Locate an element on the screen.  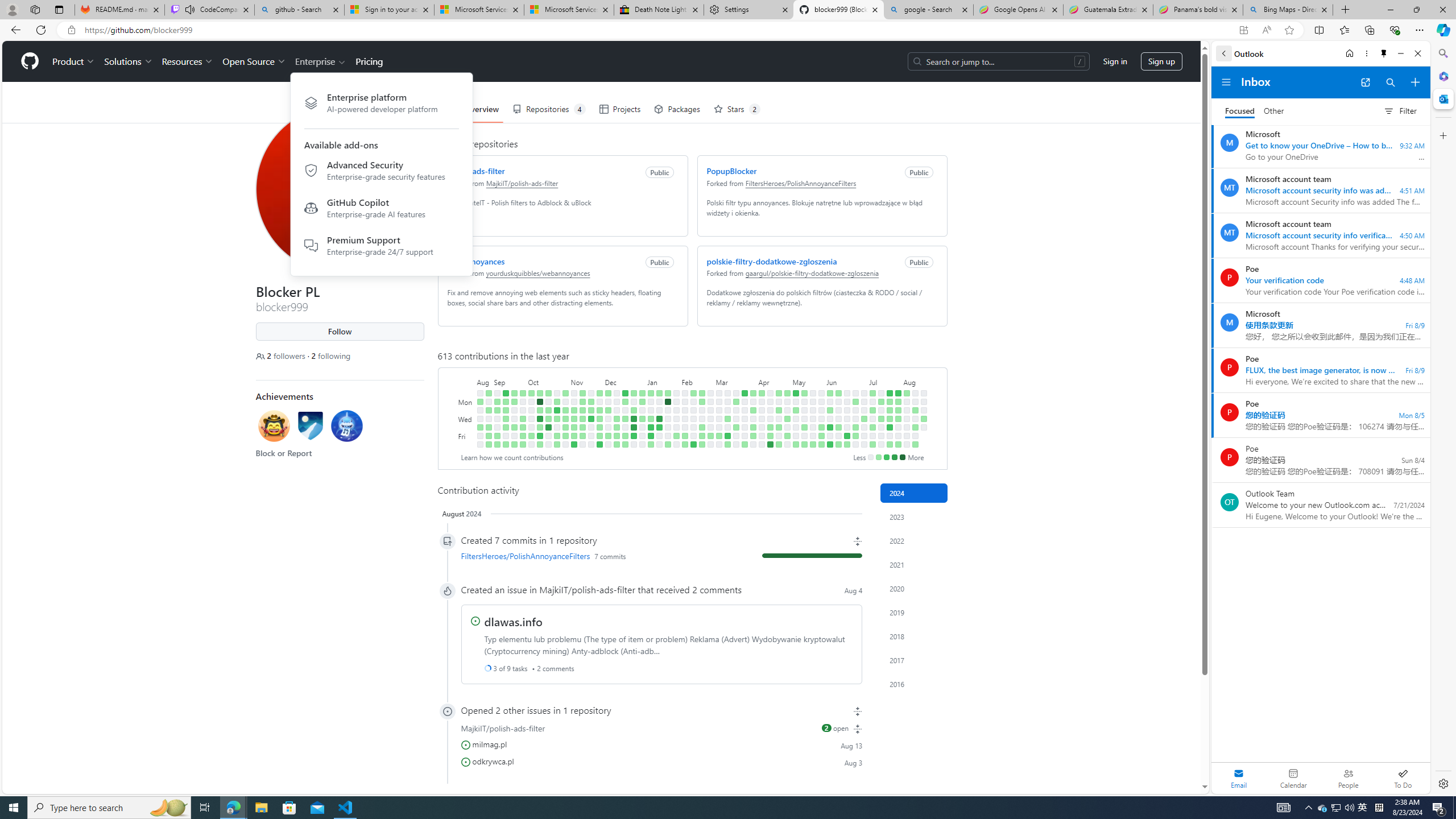
'No contributions on February 20th.' is located at coordinates (701, 409).